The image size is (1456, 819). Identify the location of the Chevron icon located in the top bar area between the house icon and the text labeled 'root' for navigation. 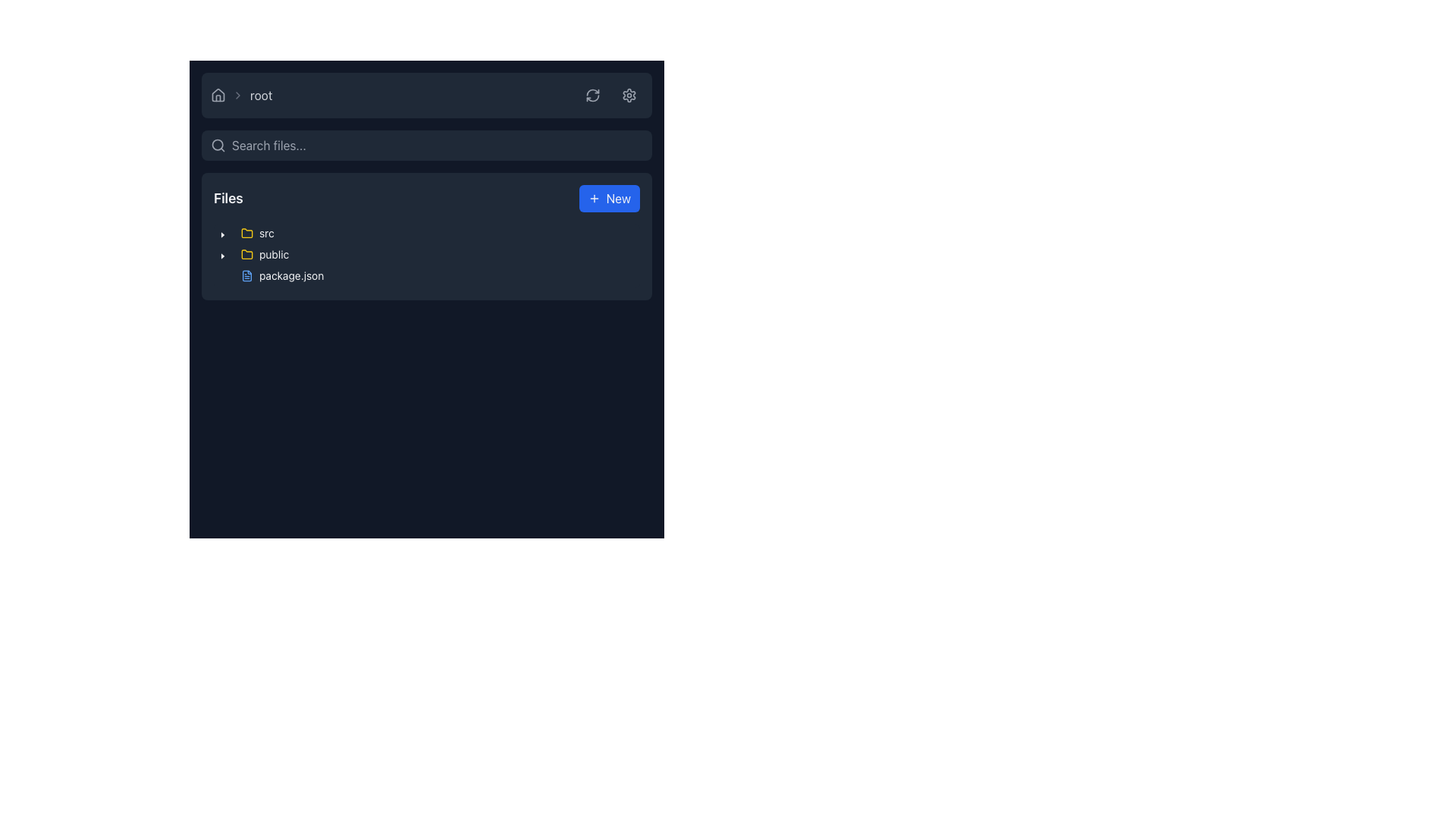
(237, 96).